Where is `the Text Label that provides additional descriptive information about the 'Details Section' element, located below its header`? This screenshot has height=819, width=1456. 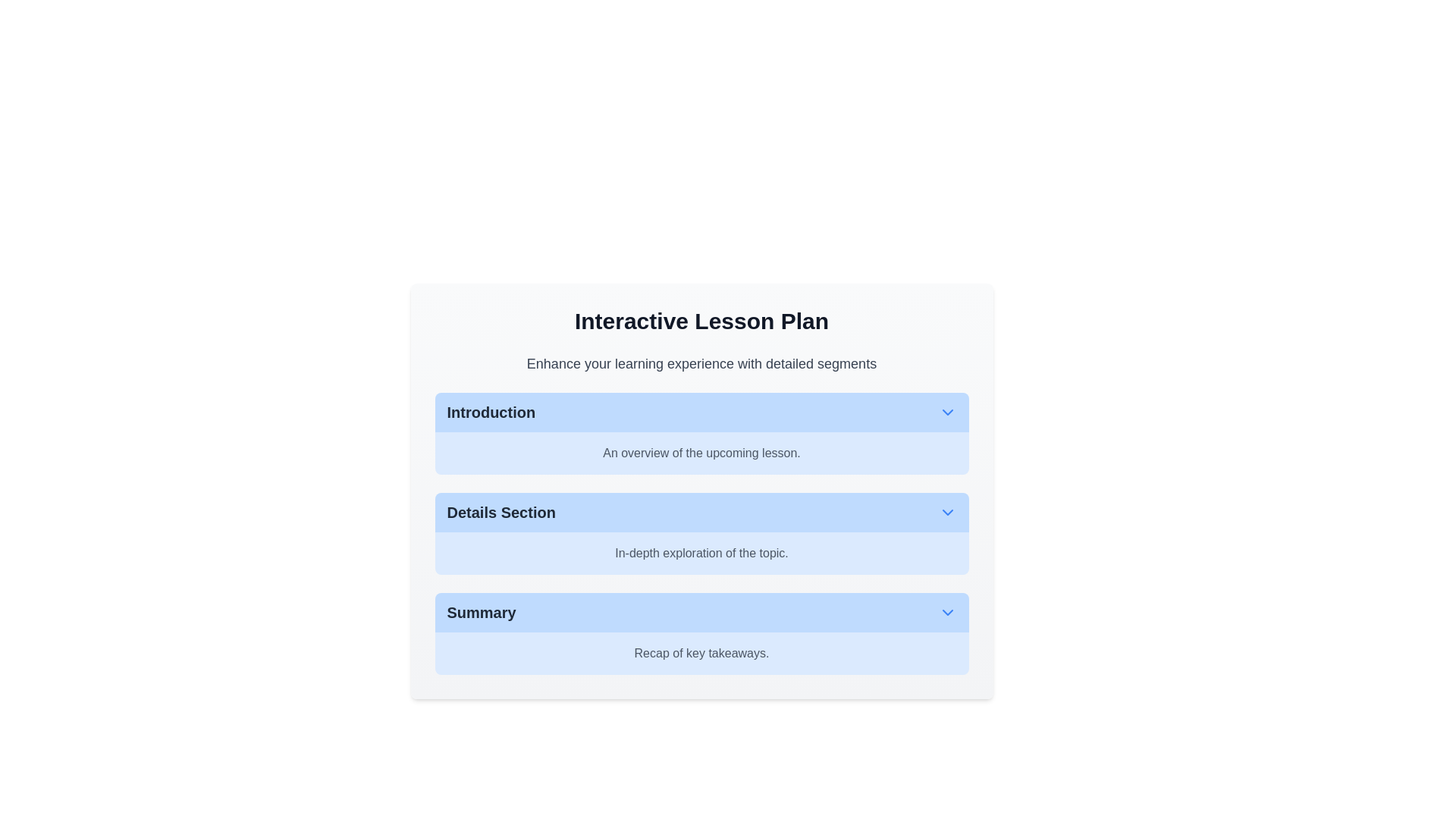
the Text Label that provides additional descriptive information about the 'Details Section' element, located below its header is located at coordinates (701, 553).